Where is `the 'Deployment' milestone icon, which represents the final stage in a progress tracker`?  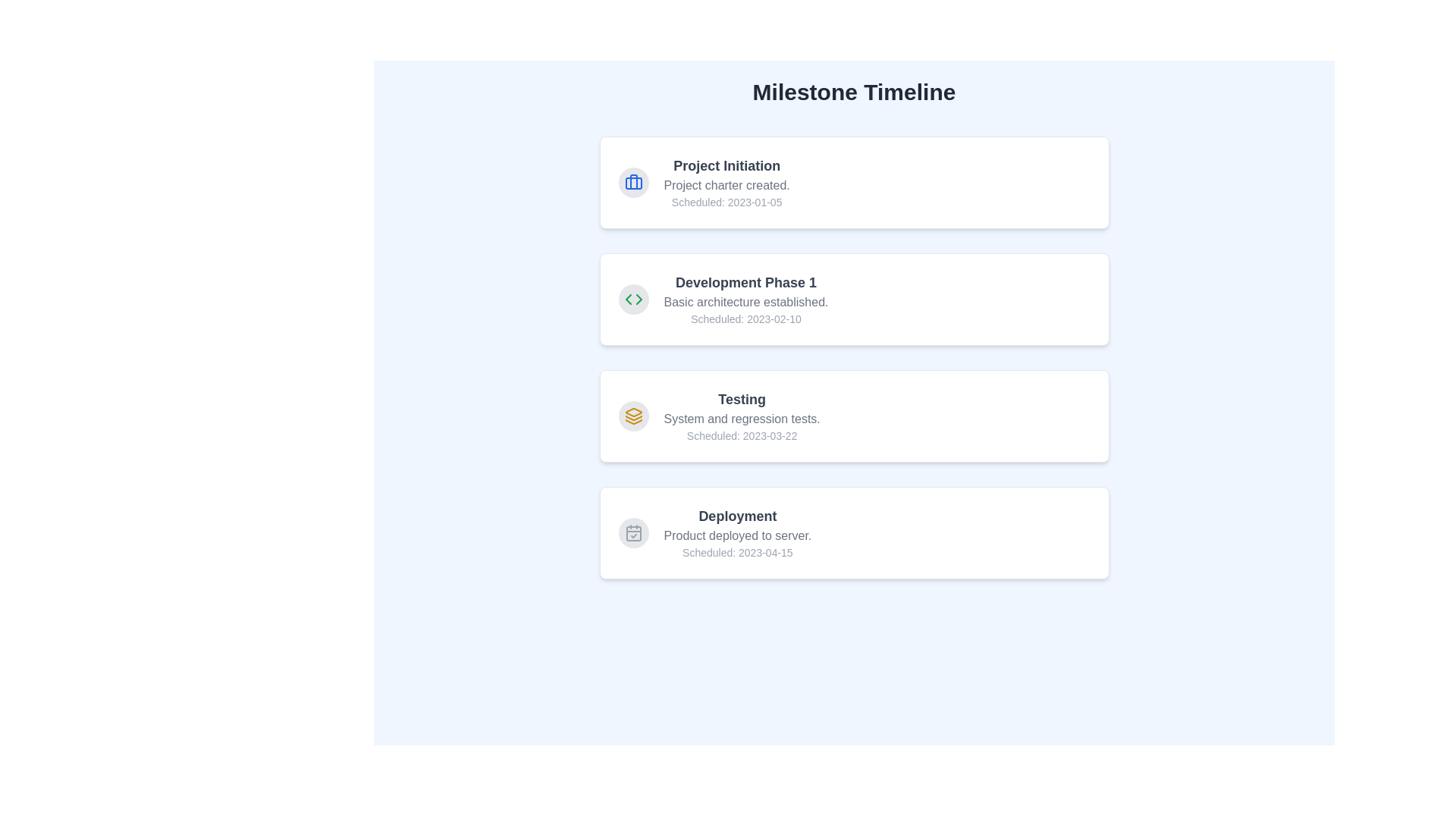
the 'Deployment' milestone icon, which represents the final stage in a progress tracker is located at coordinates (633, 532).